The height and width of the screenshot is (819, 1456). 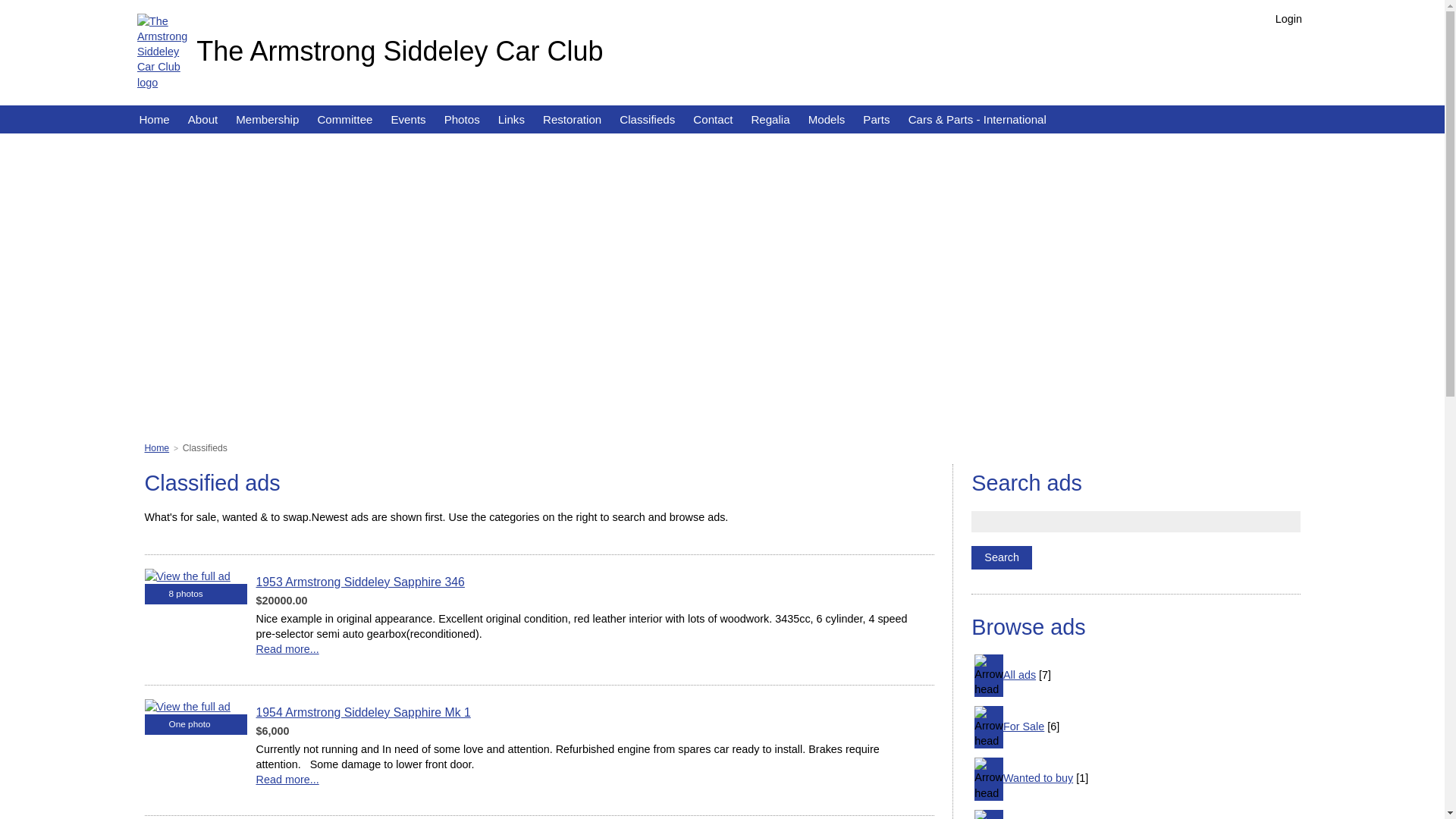 I want to click on 'Login', so click(x=1281, y=18).